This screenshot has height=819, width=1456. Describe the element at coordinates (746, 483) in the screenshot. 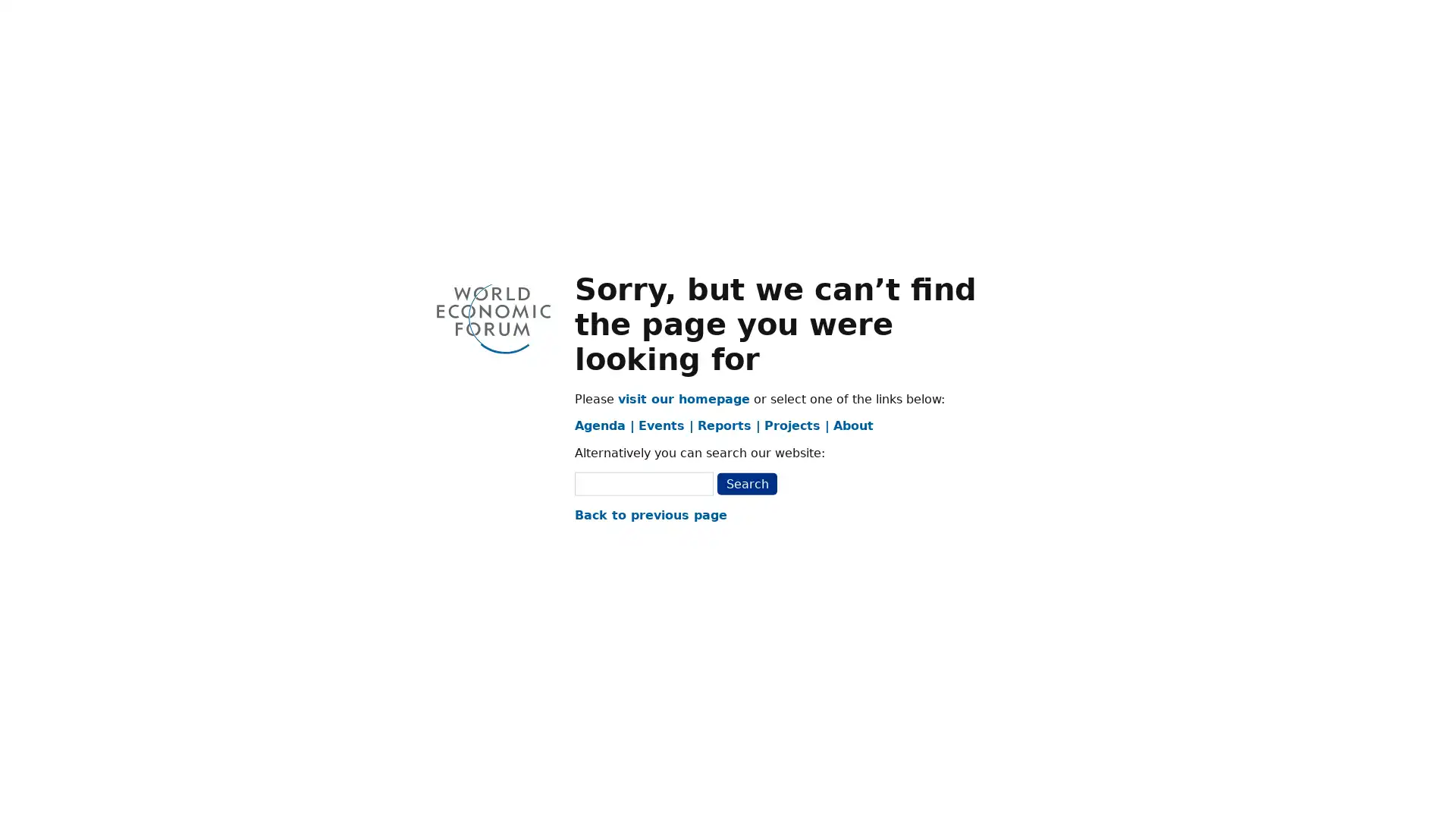

I see `Search` at that location.